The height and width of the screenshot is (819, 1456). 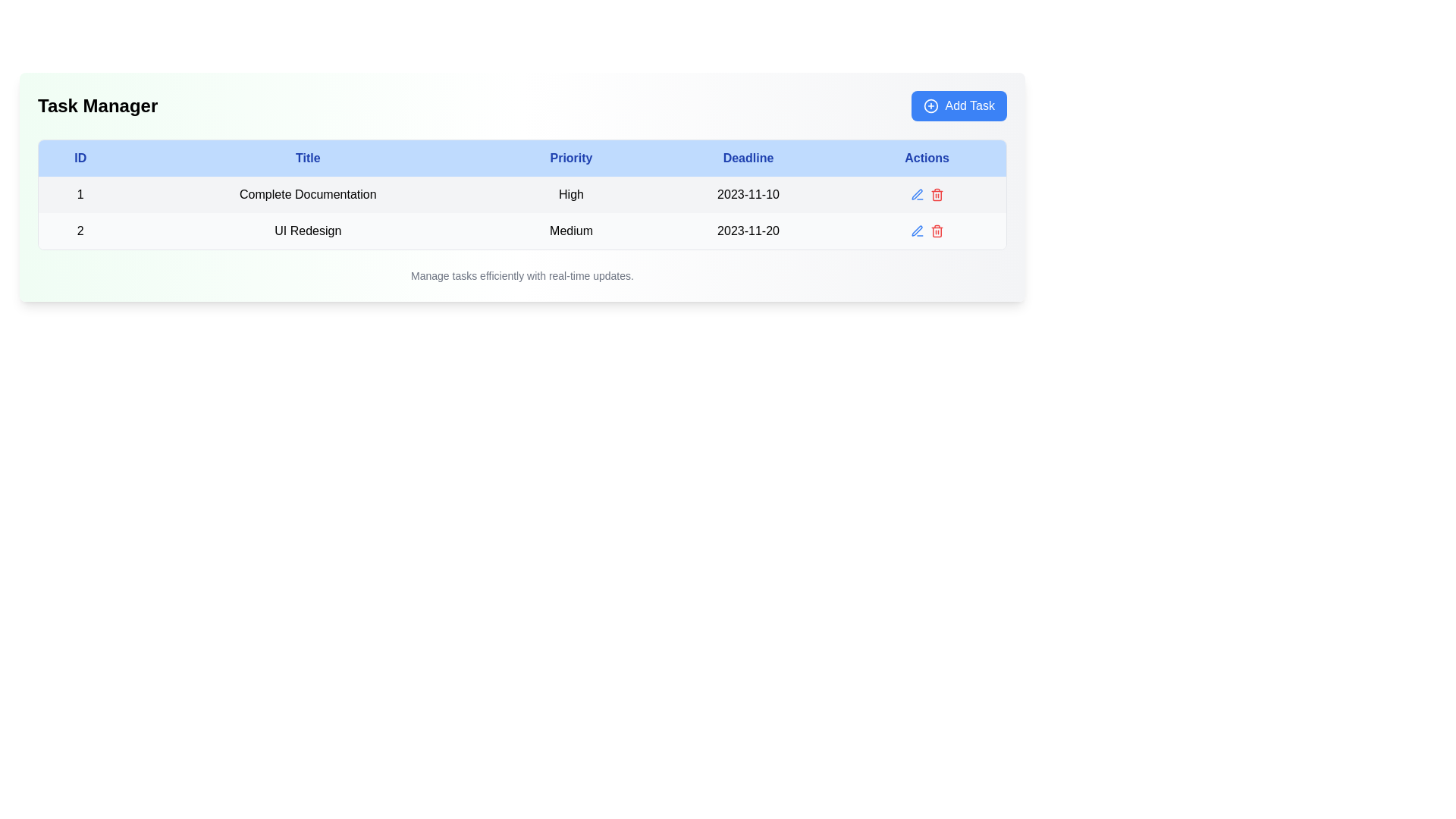 What do you see at coordinates (748, 194) in the screenshot?
I see `the static text displaying the deadline date in the fourth column of the first row of the table, aligned with 'High' priority and 'Complete Documentation' title` at bounding box center [748, 194].